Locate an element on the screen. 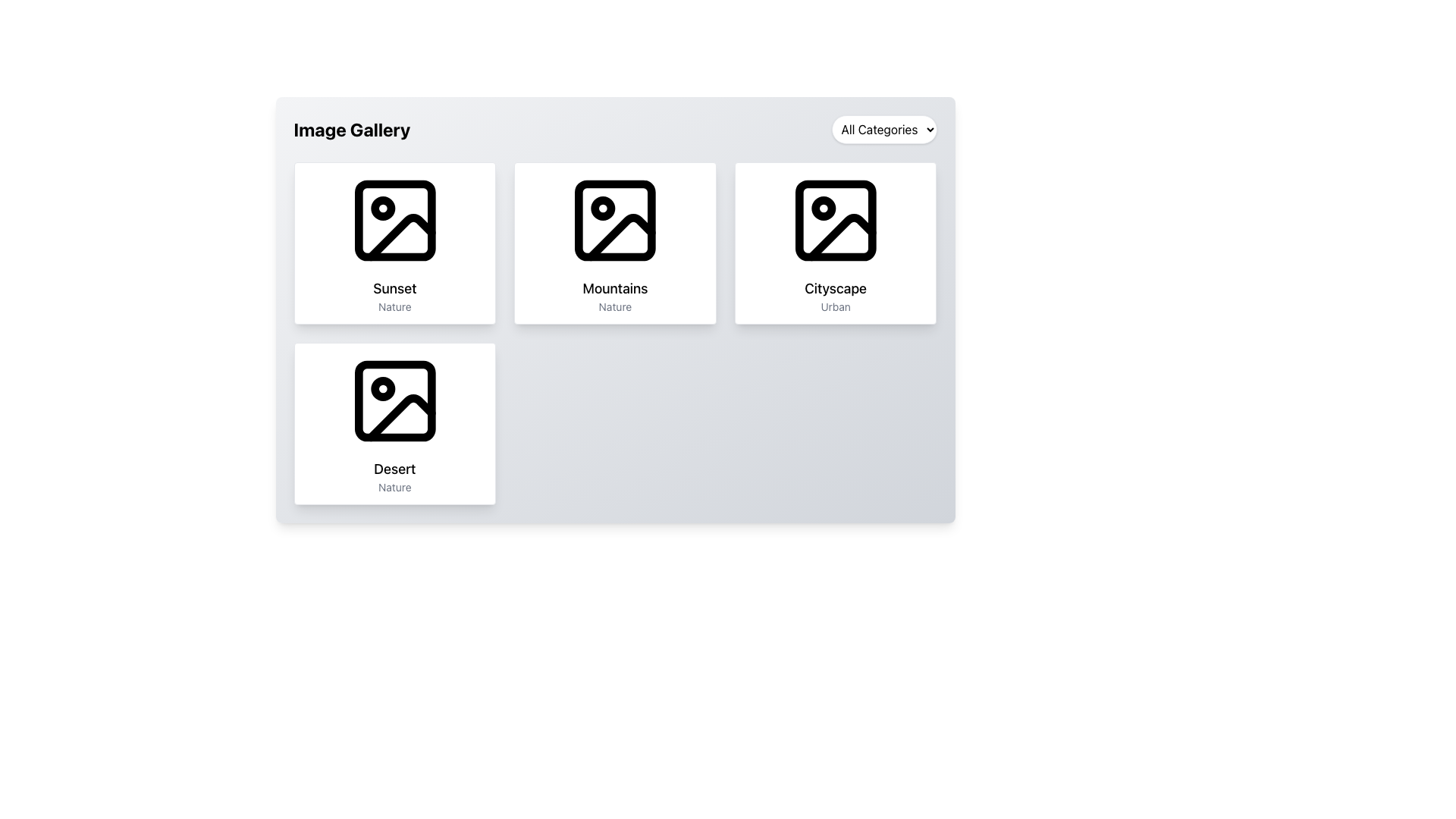 The image size is (1456, 819). the Decorative vector rectangle with rounded corners that forms part of the 'Sunset' image thumbnail, which is the largest shape in the lower part of the image icon positioned in the top-left of a 2x2 grid is located at coordinates (394, 220).